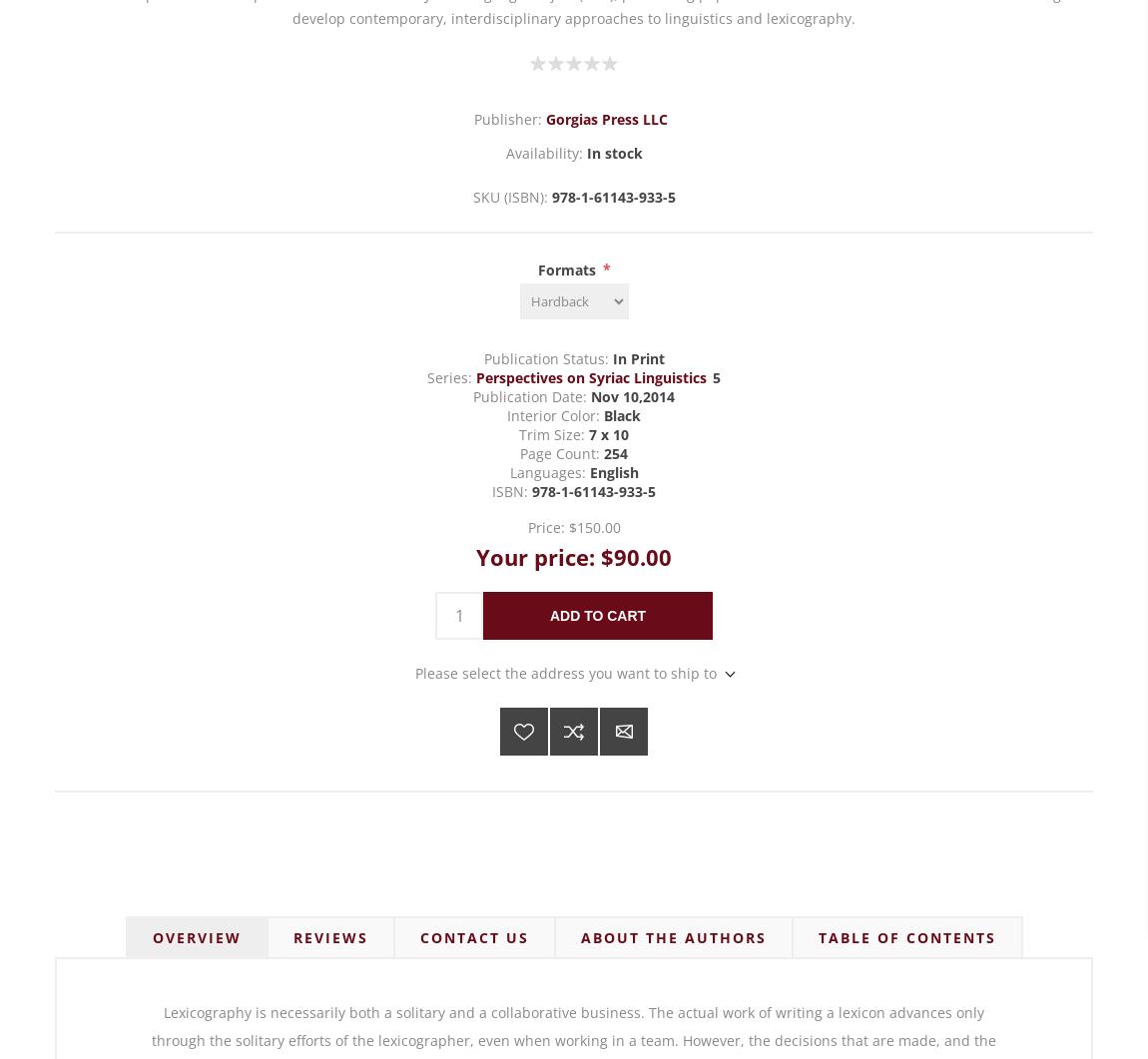 Image resolution: width=1148 pixels, height=1059 pixels. What do you see at coordinates (587, 434) in the screenshot?
I see `'7 x 10'` at bounding box center [587, 434].